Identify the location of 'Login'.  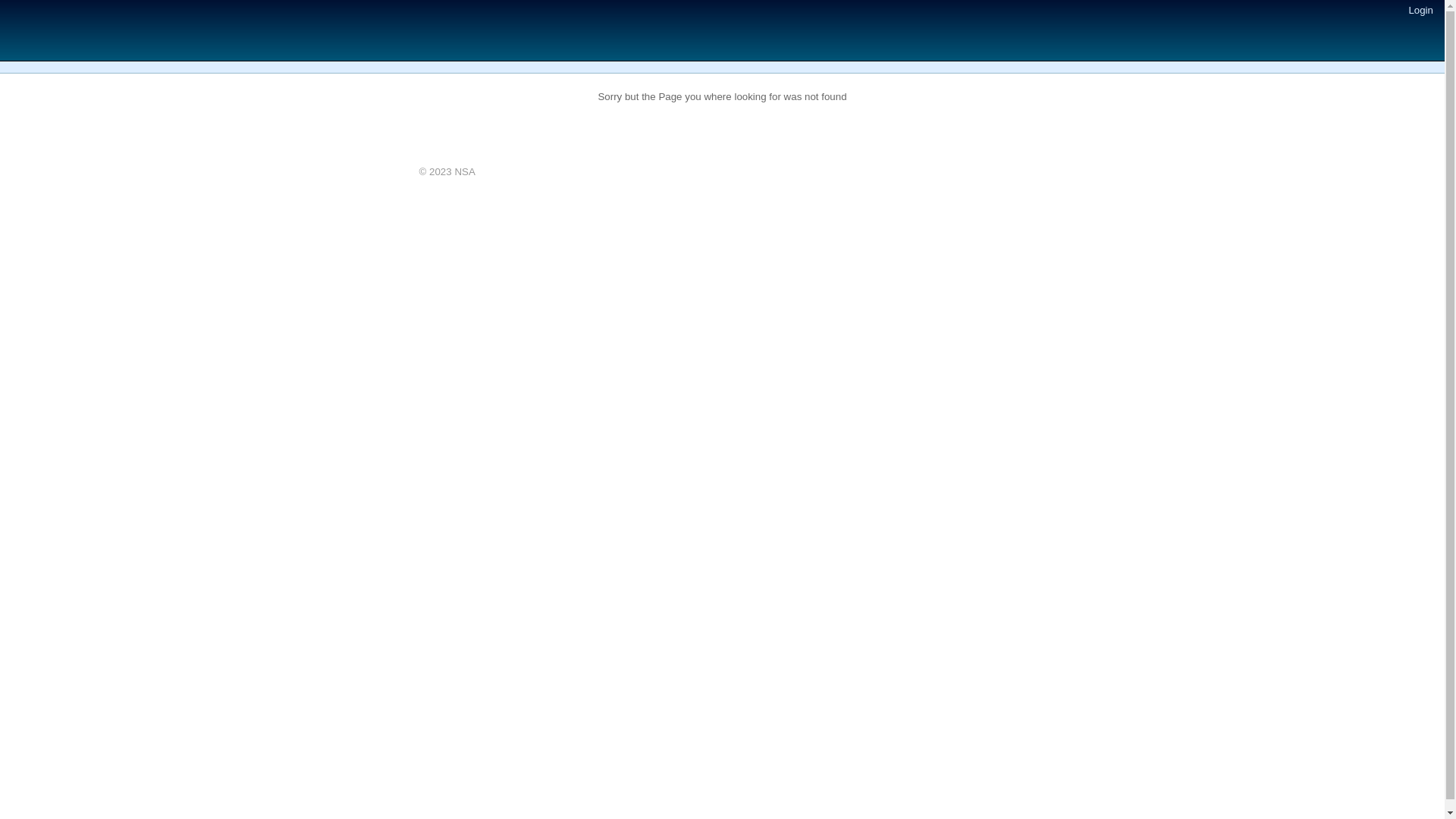
(1420, 10).